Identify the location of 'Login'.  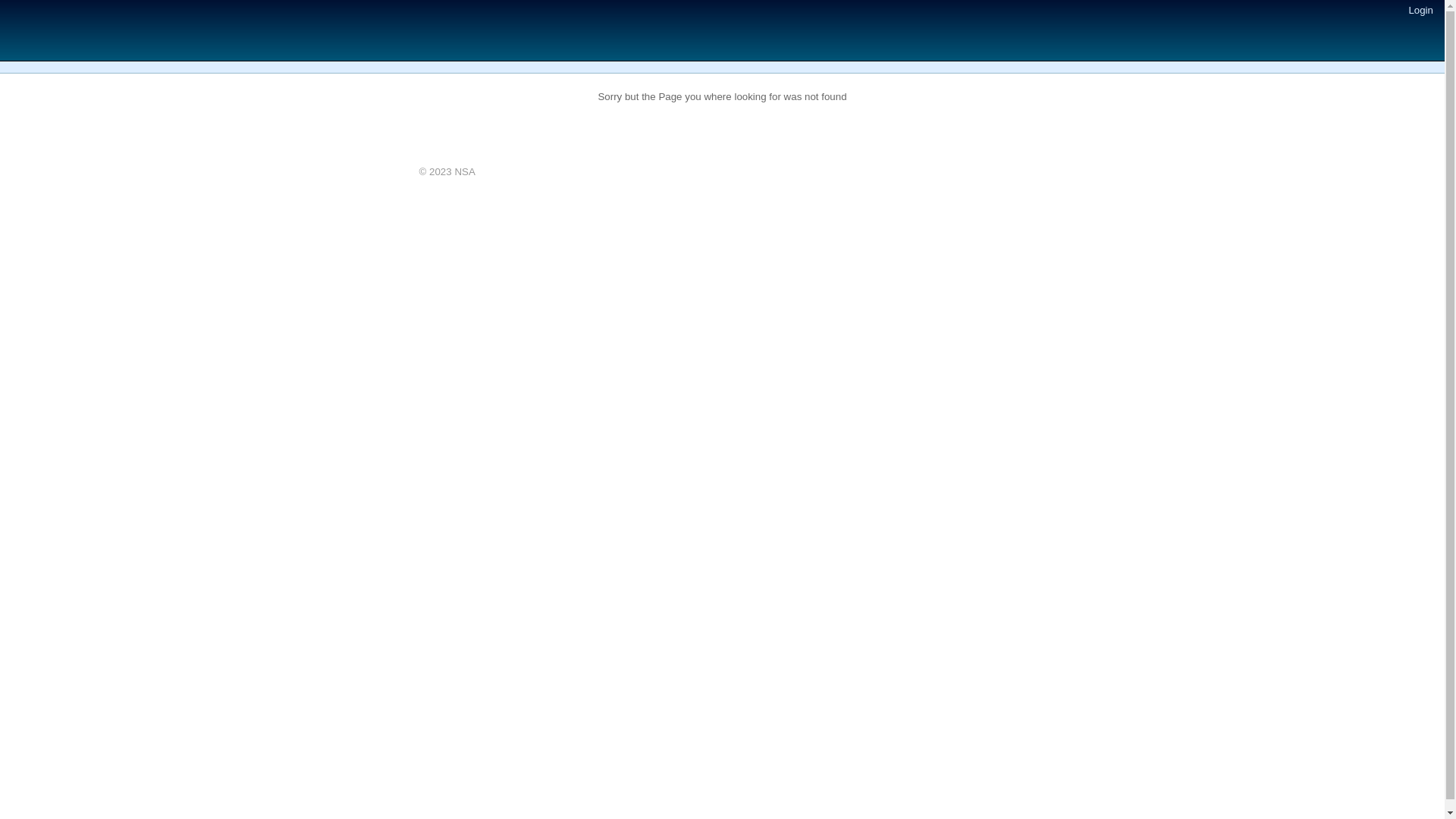
(1420, 10).